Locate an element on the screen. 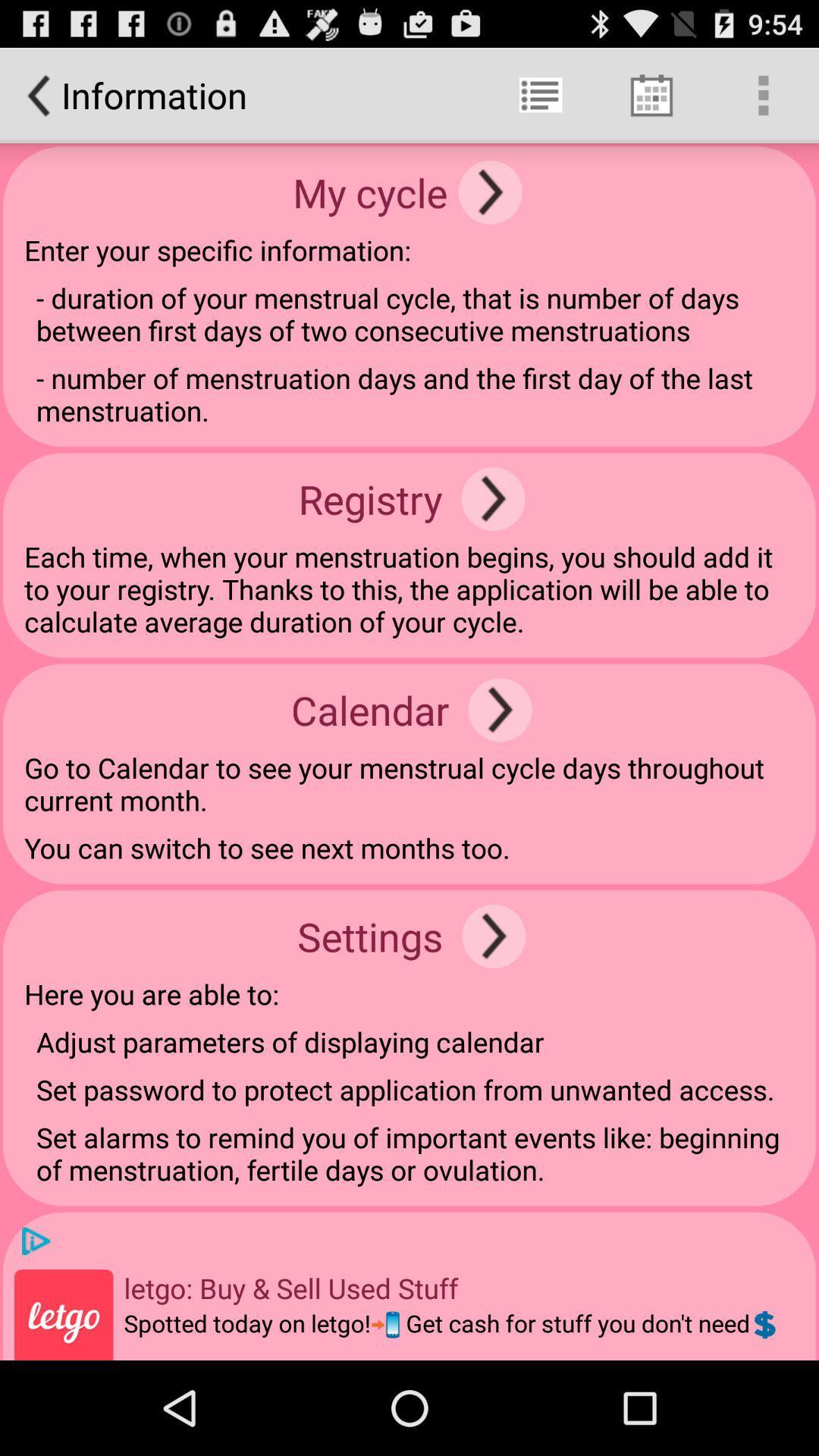 Image resolution: width=819 pixels, height=1456 pixels. the app to the right of the my cycle icon is located at coordinates (490, 191).